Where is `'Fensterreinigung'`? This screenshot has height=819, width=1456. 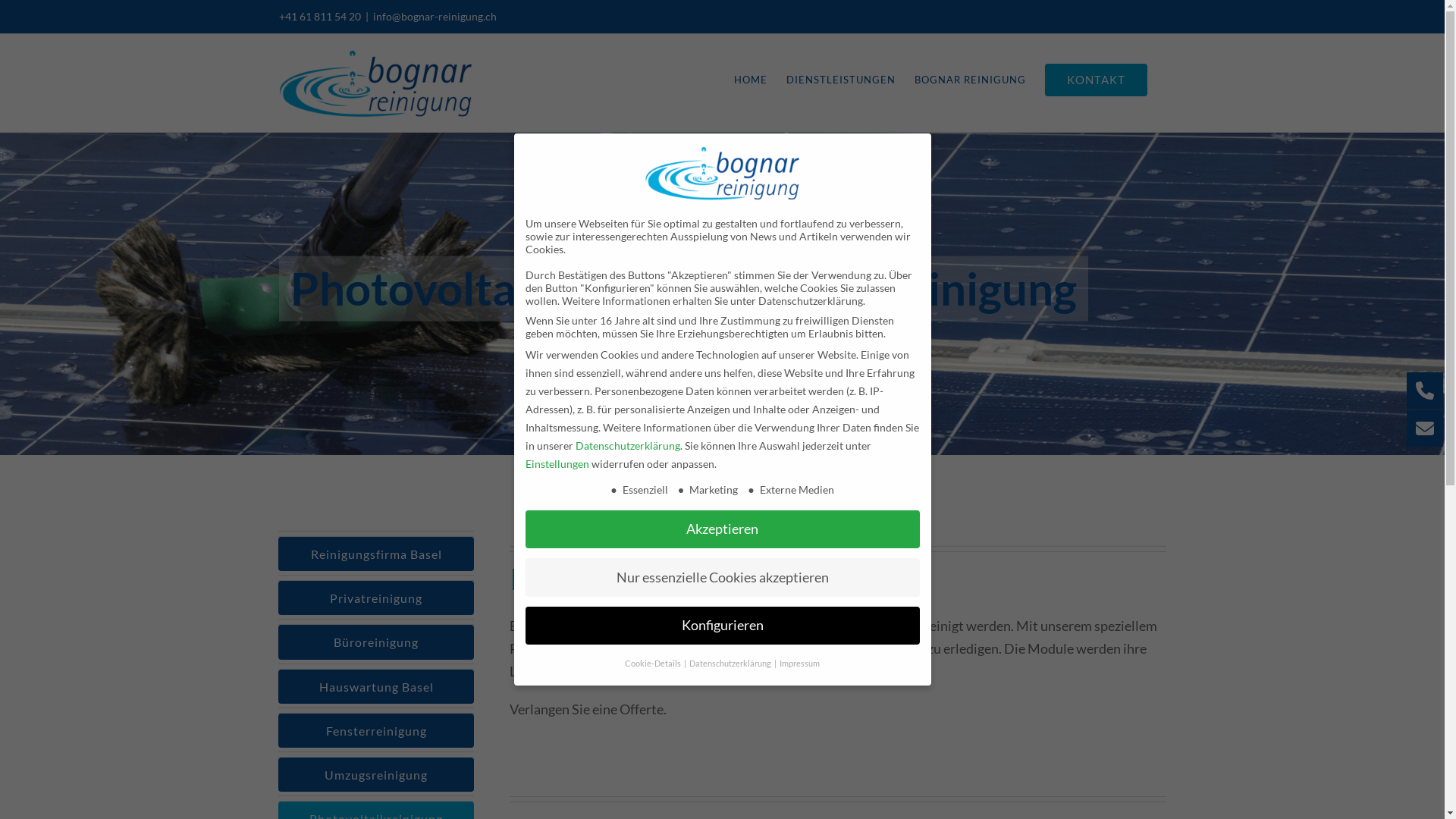 'Fensterreinigung' is located at coordinates (375, 730).